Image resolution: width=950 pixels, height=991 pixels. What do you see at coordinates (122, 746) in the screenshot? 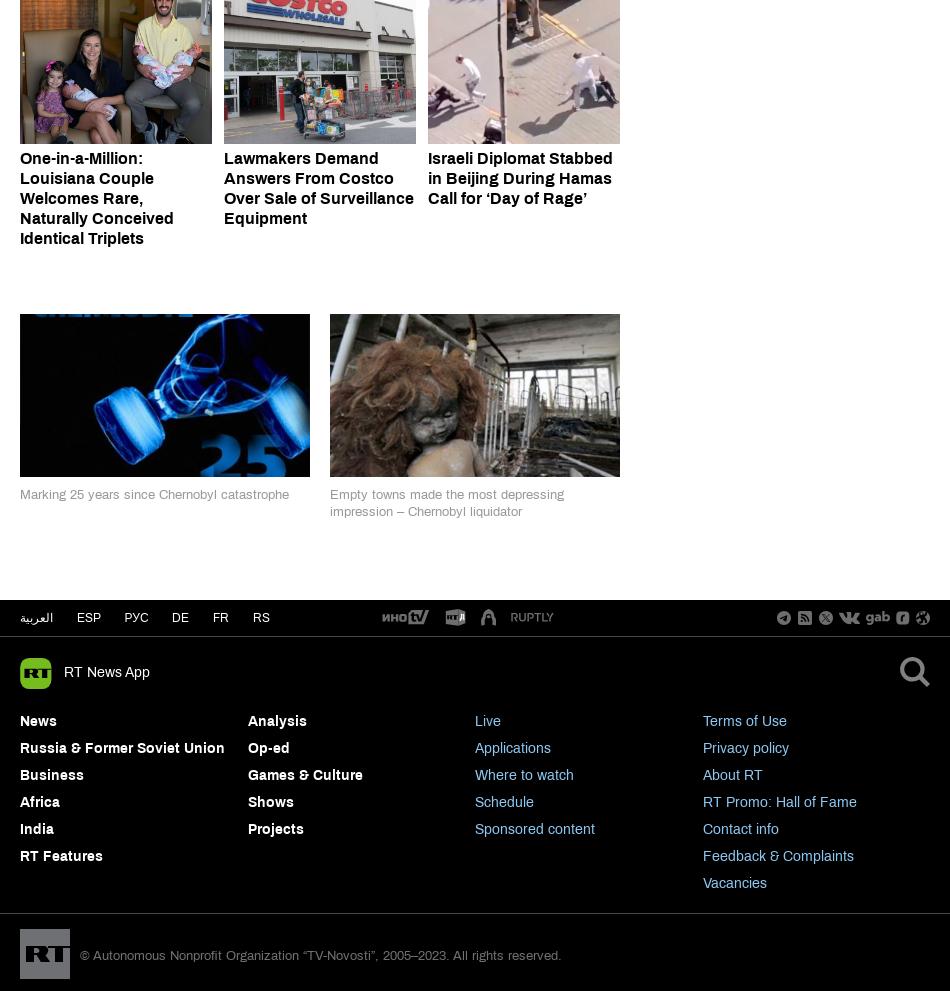
I see `'Russia & Former Soviet Union'` at bounding box center [122, 746].